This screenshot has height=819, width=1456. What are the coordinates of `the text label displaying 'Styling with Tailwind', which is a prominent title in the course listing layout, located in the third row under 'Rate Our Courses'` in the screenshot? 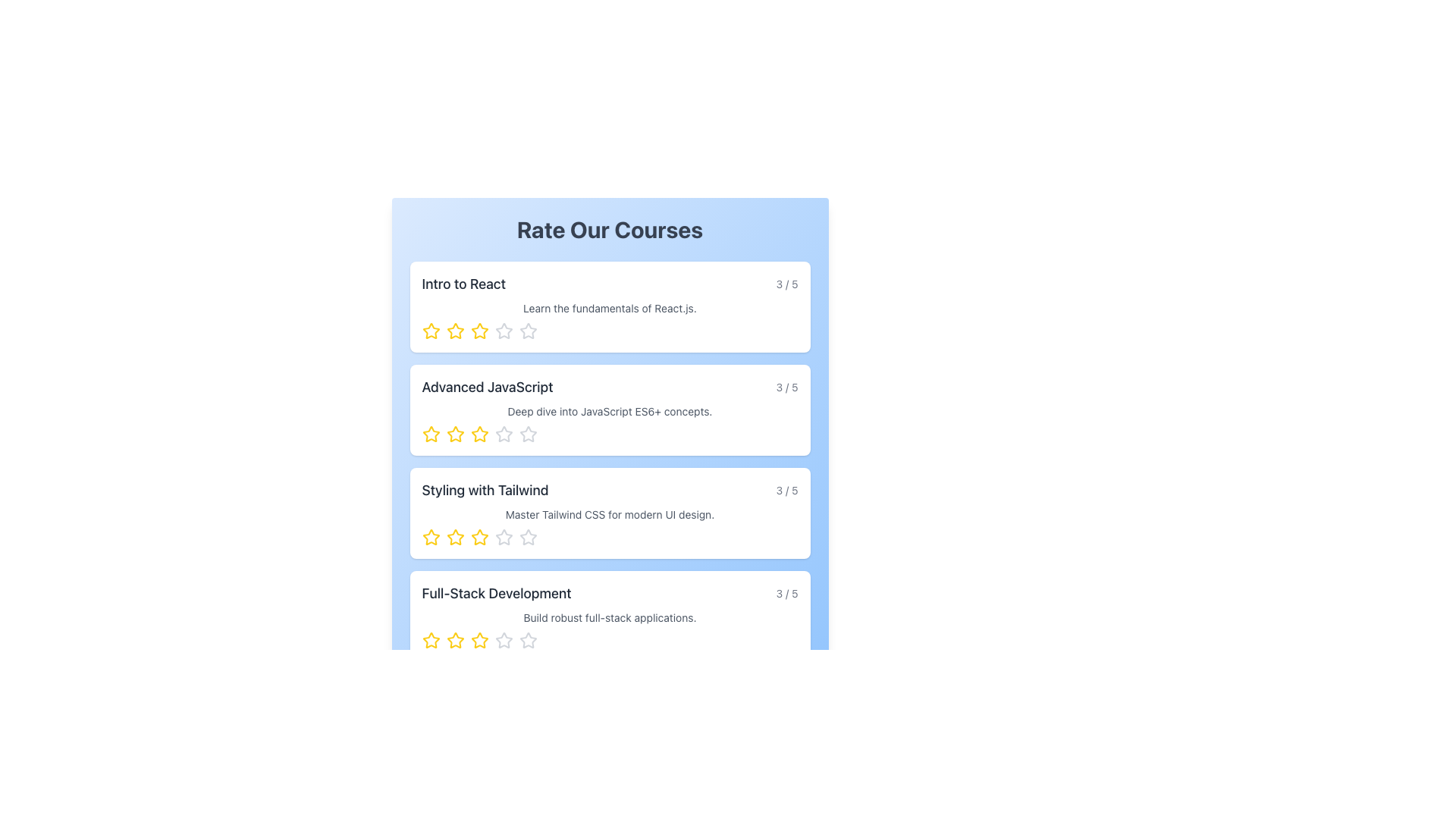 It's located at (484, 491).